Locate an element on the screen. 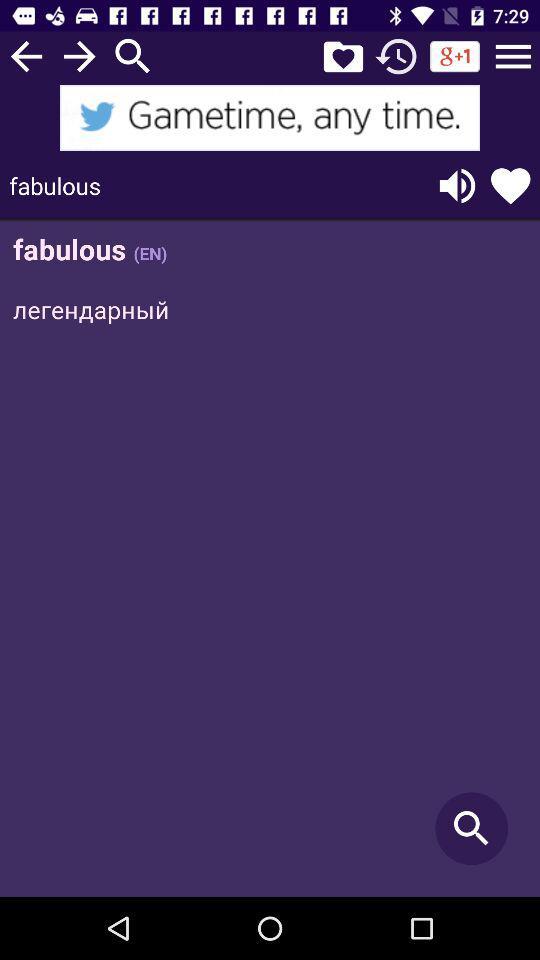 The height and width of the screenshot is (960, 540). a pulldown menu is located at coordinates (513, 55).